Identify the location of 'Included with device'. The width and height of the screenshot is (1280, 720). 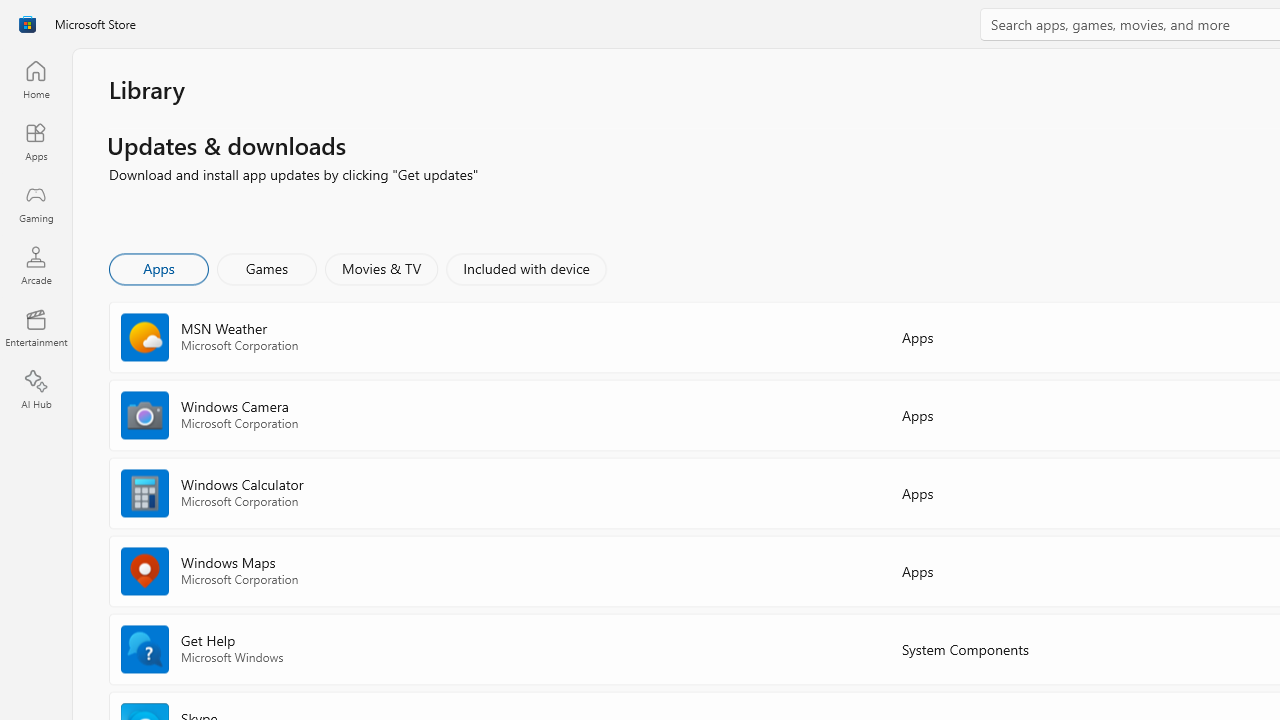
(525, 267).